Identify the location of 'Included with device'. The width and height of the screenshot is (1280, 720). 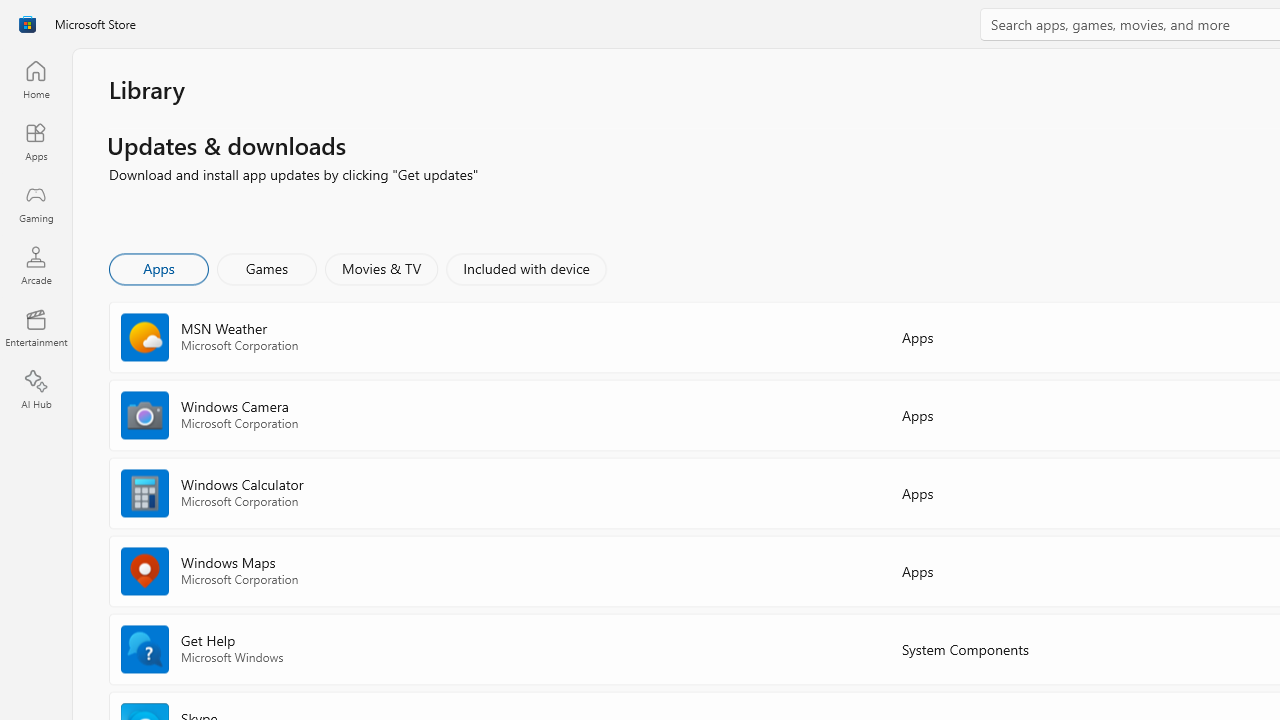
(525, 267).